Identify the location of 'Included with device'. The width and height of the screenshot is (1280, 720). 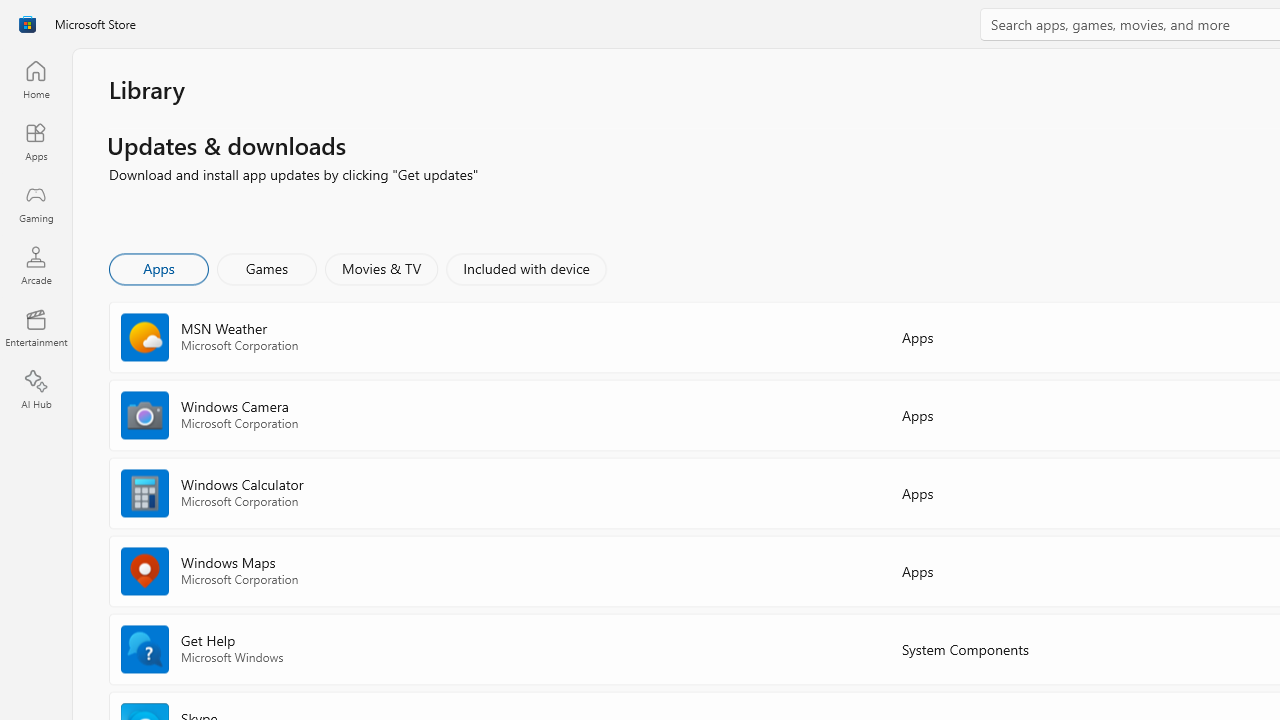
(525, 267).